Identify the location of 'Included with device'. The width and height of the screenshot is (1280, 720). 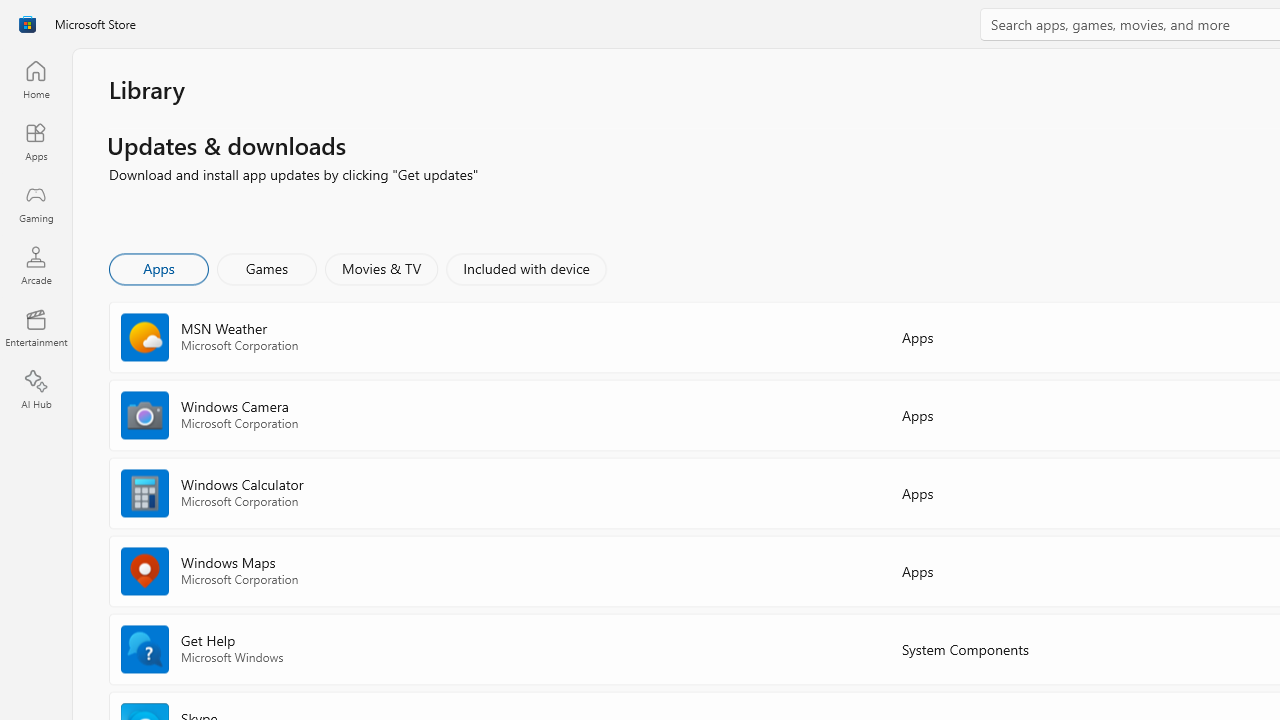
(525, 267).